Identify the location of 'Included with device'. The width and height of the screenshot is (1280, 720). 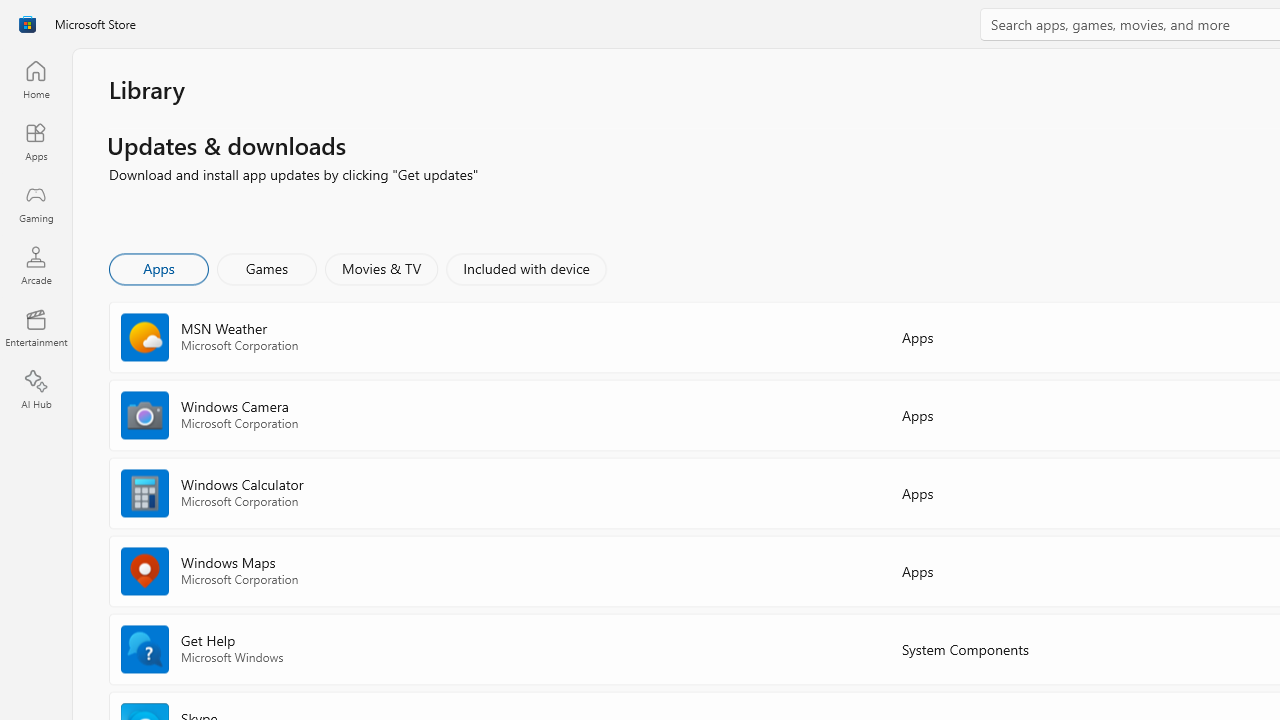
(525, 267).